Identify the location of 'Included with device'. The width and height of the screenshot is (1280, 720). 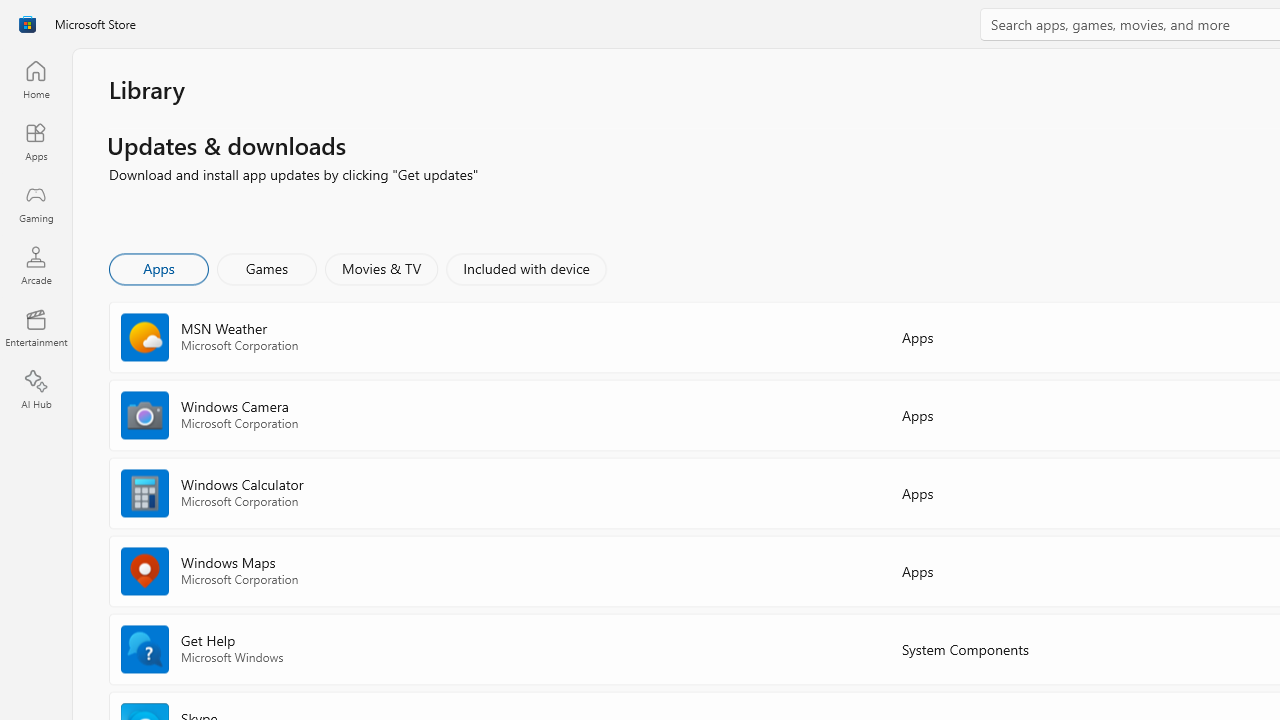
(525, 267).